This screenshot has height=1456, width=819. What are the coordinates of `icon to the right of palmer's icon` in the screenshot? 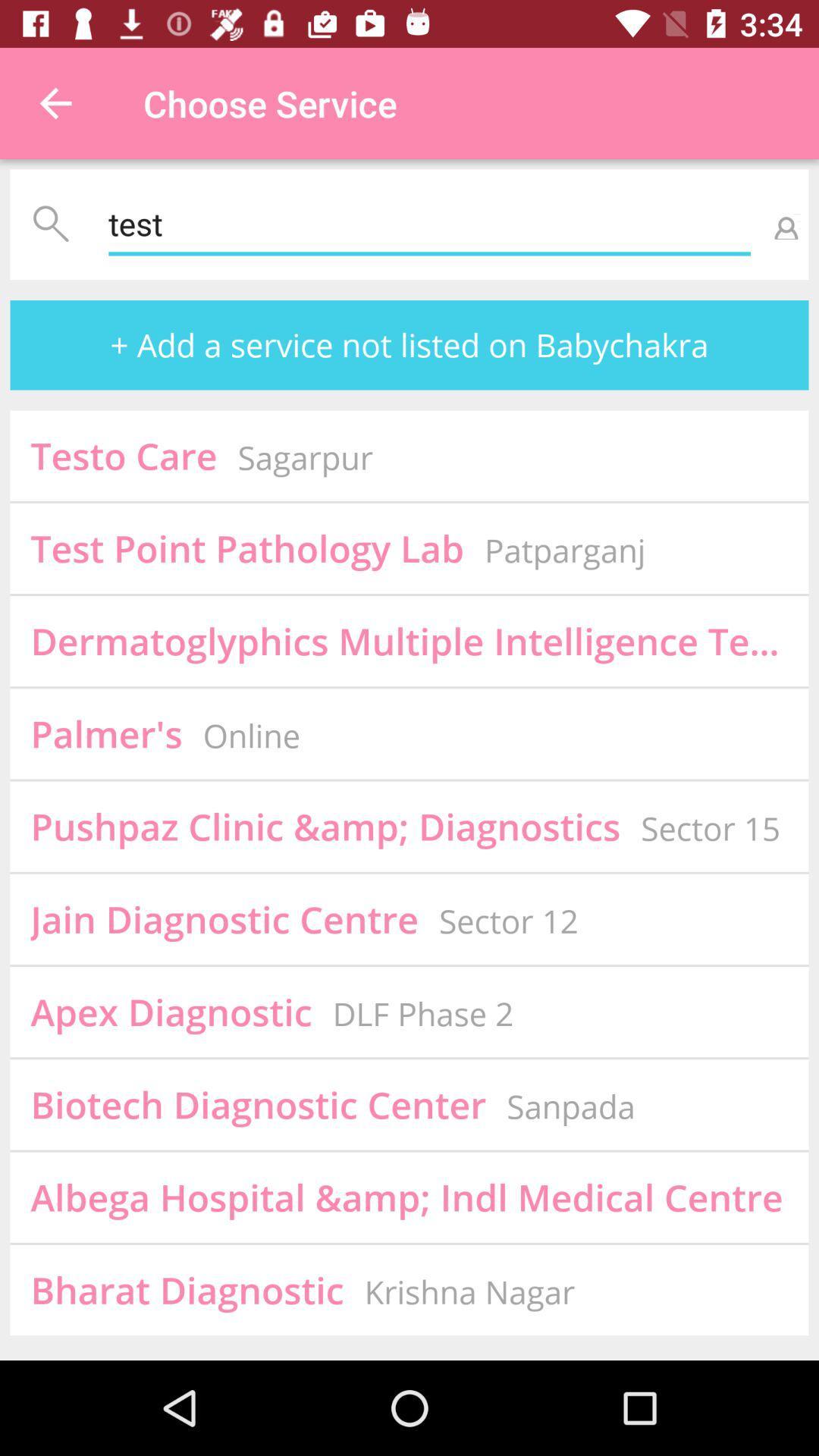 It's located at (250, 736).